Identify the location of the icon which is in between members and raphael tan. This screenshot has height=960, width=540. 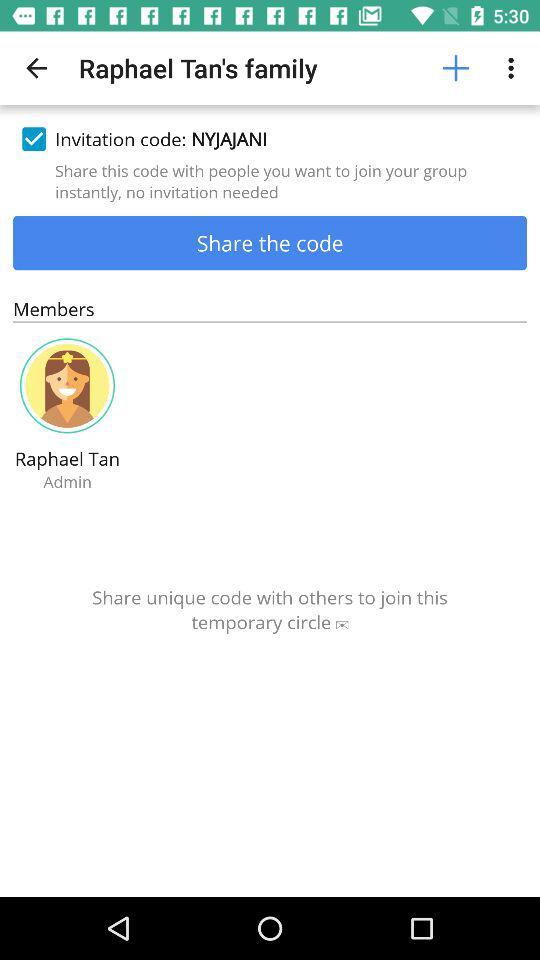
(67, 385).